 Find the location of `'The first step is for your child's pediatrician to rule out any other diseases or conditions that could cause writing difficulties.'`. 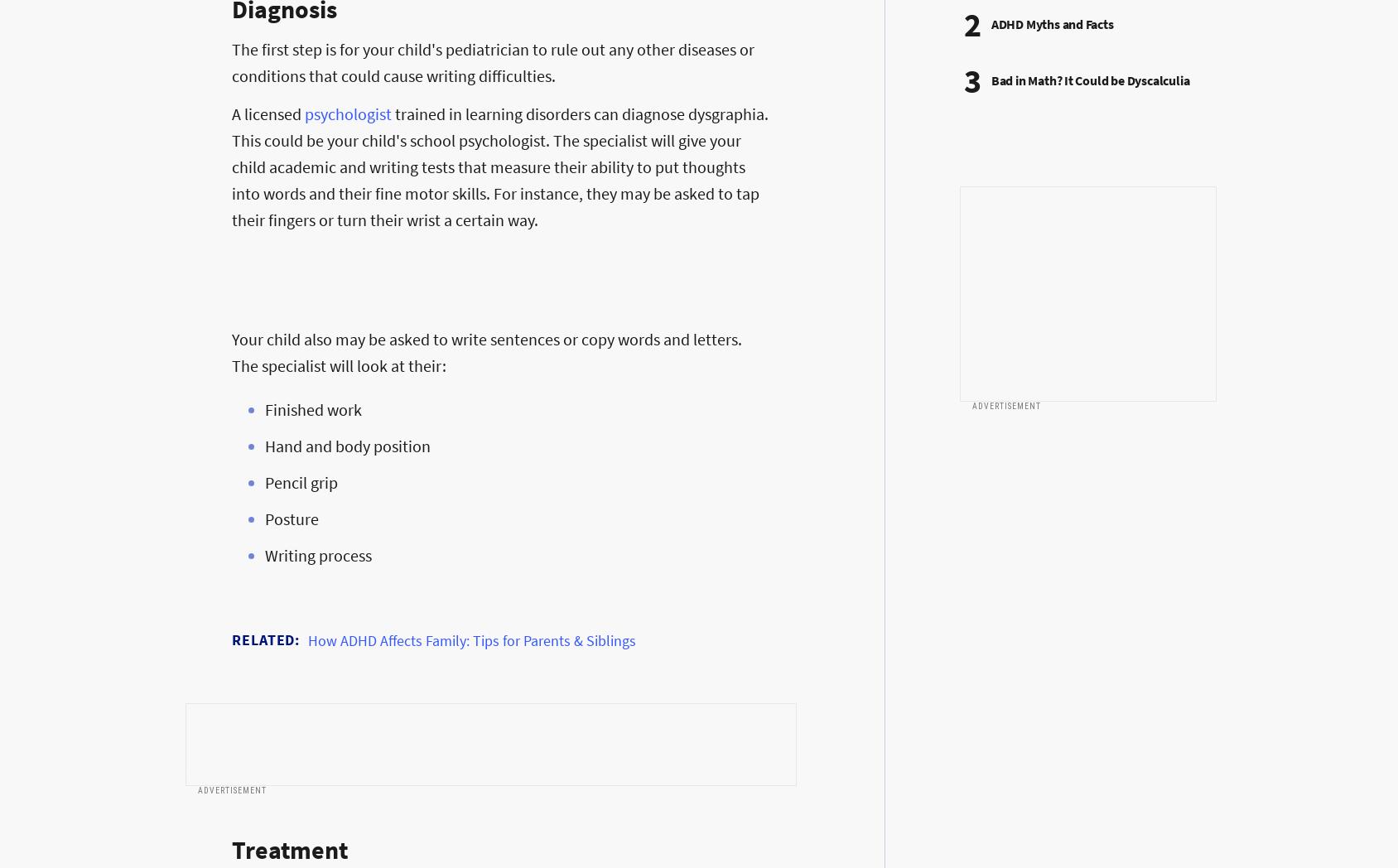

'The first step is for your child's pediatrician to rule out any other diseases or conditions that could cause writing difficulties.' is located at coordinates (493, 62).